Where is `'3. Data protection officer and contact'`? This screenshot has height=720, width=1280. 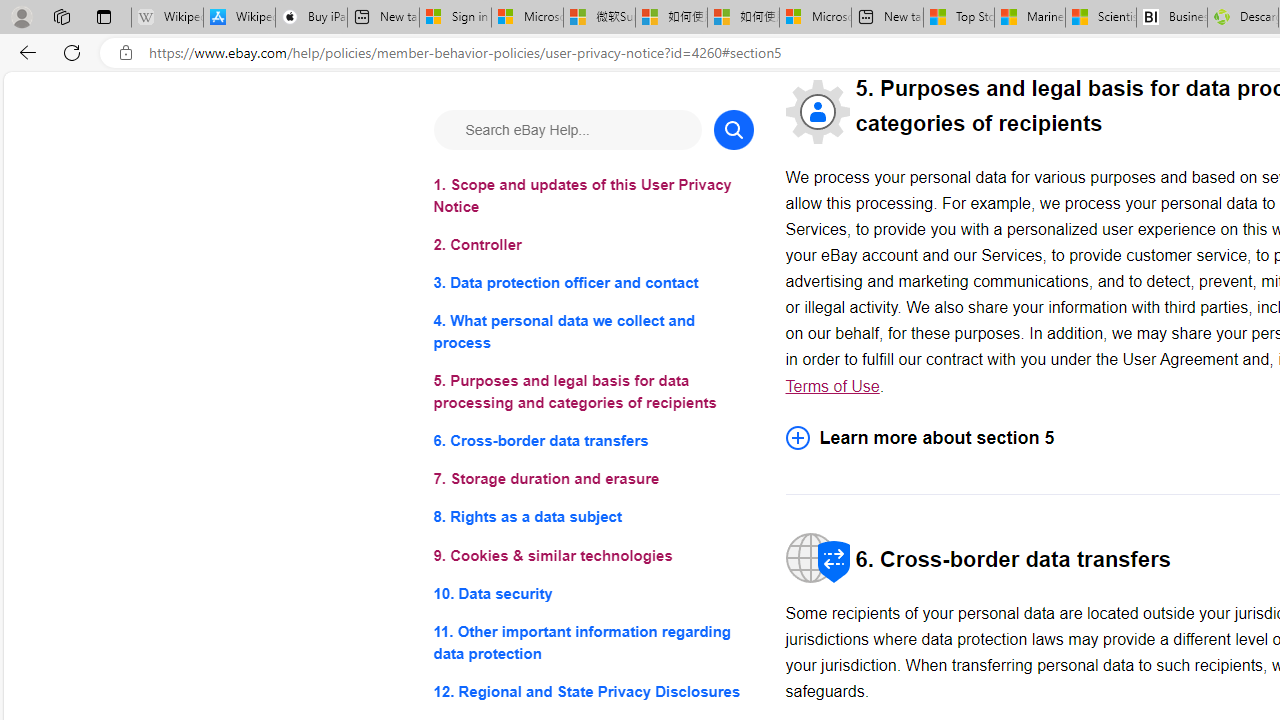
'3. Data protection officer and contact' is located at coordinates (592, 283).